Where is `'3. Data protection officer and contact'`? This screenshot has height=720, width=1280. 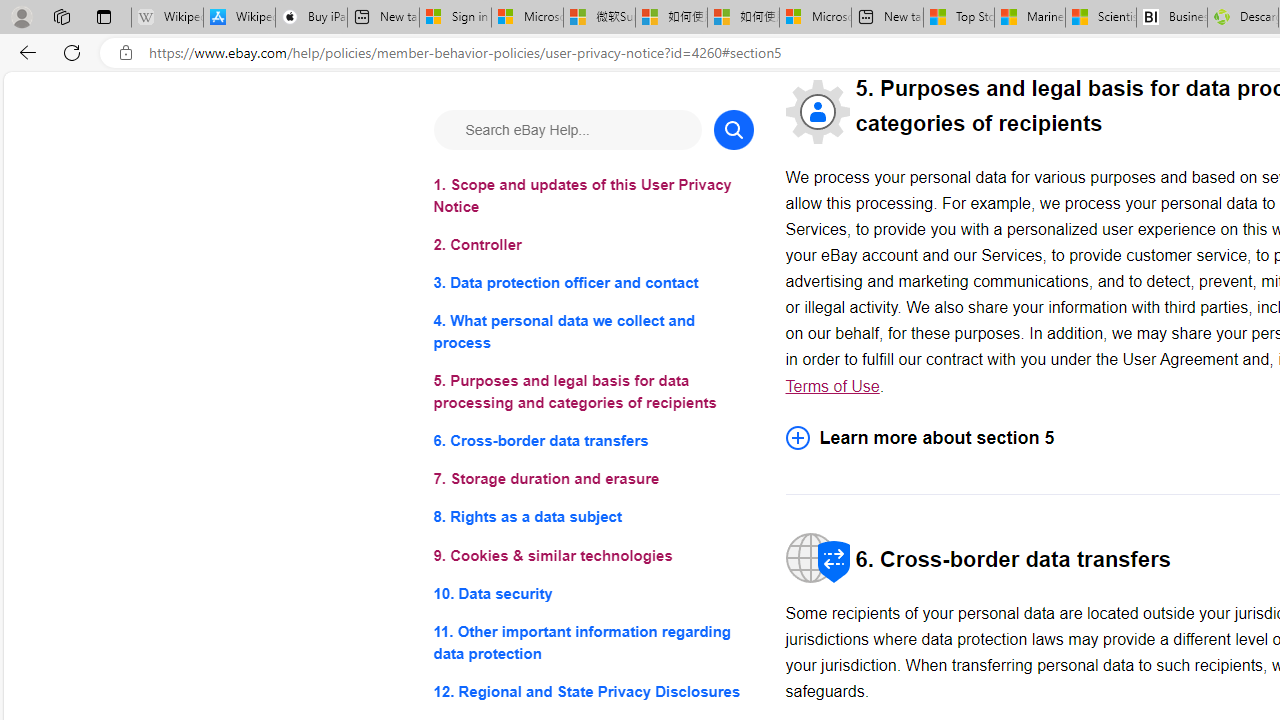
'3. Data protection officer and contact' is located at coordinates (592, 283).